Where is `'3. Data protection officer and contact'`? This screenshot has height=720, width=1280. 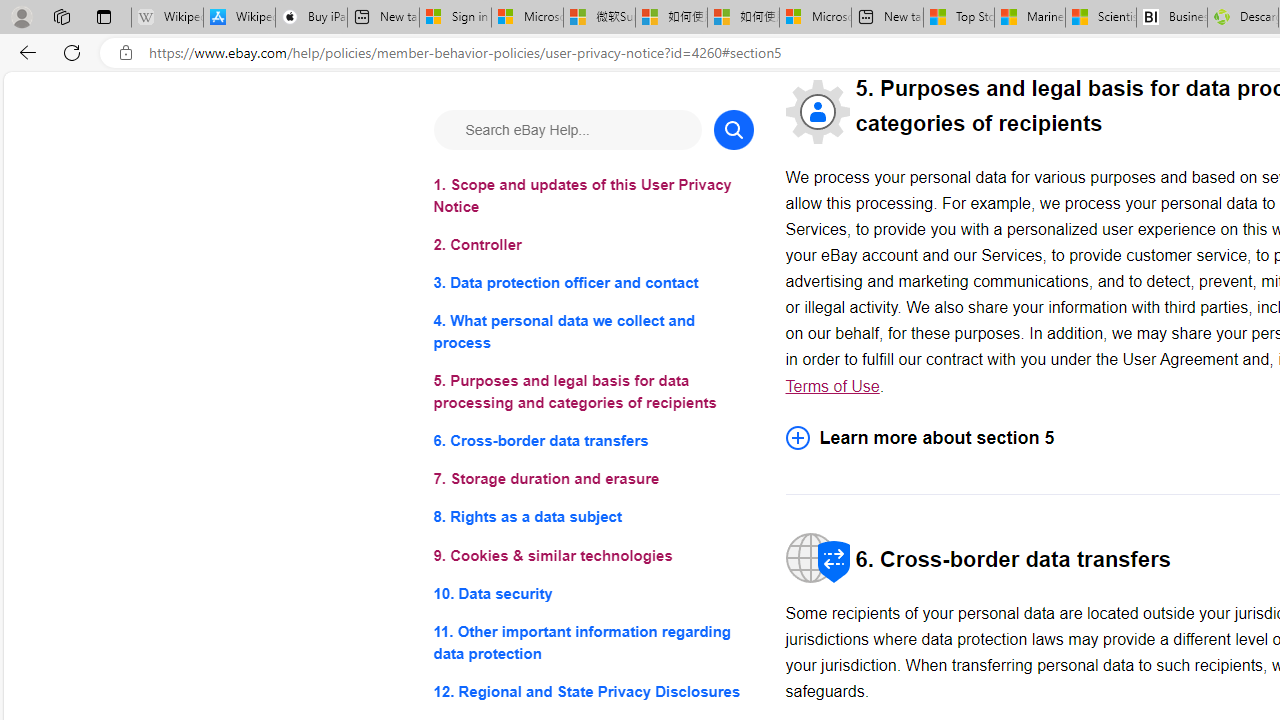
'3. Data protection officer and contact' is located at coordinates (592, 283).